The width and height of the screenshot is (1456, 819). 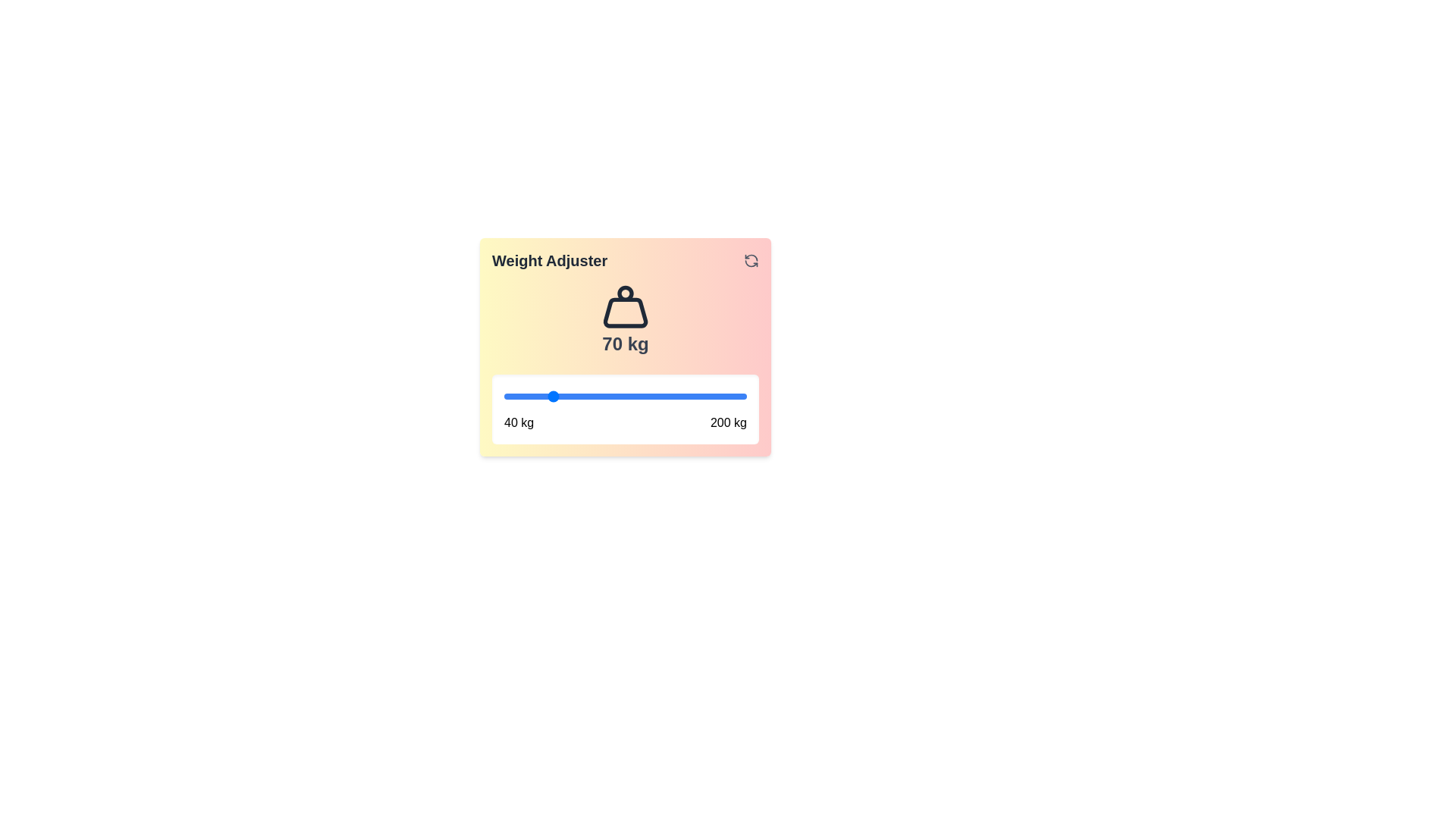 What do you see at coordinates (741, 396) in the screenshot?
I see `the weight to 196 kg using the slider` at bounding box center [741, 396].